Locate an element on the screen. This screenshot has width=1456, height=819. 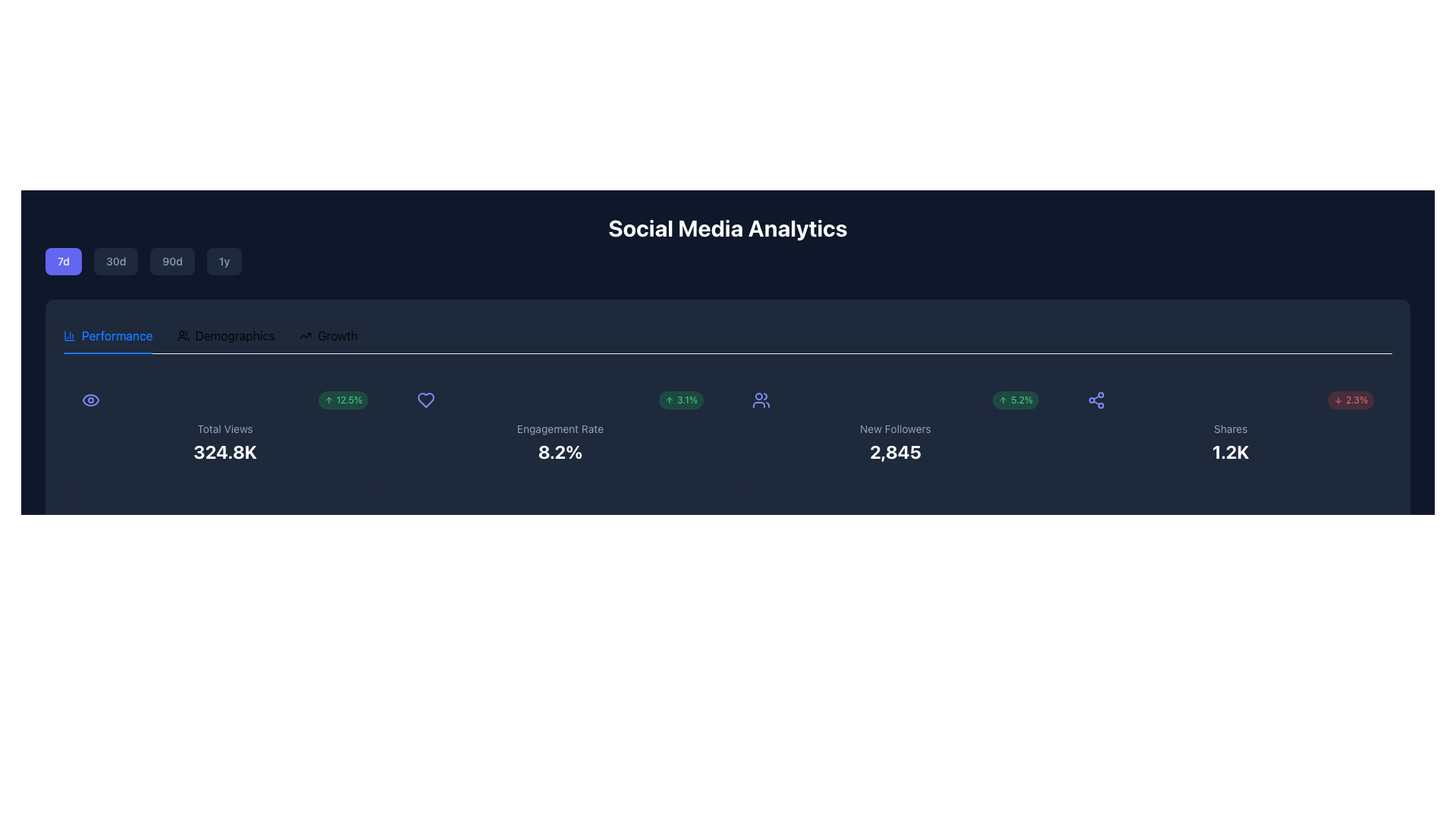
the label indicating 'Shares', which is positioned below the shares icon and above the numerical value of 1.2K is located at coordinates (1230, 429).